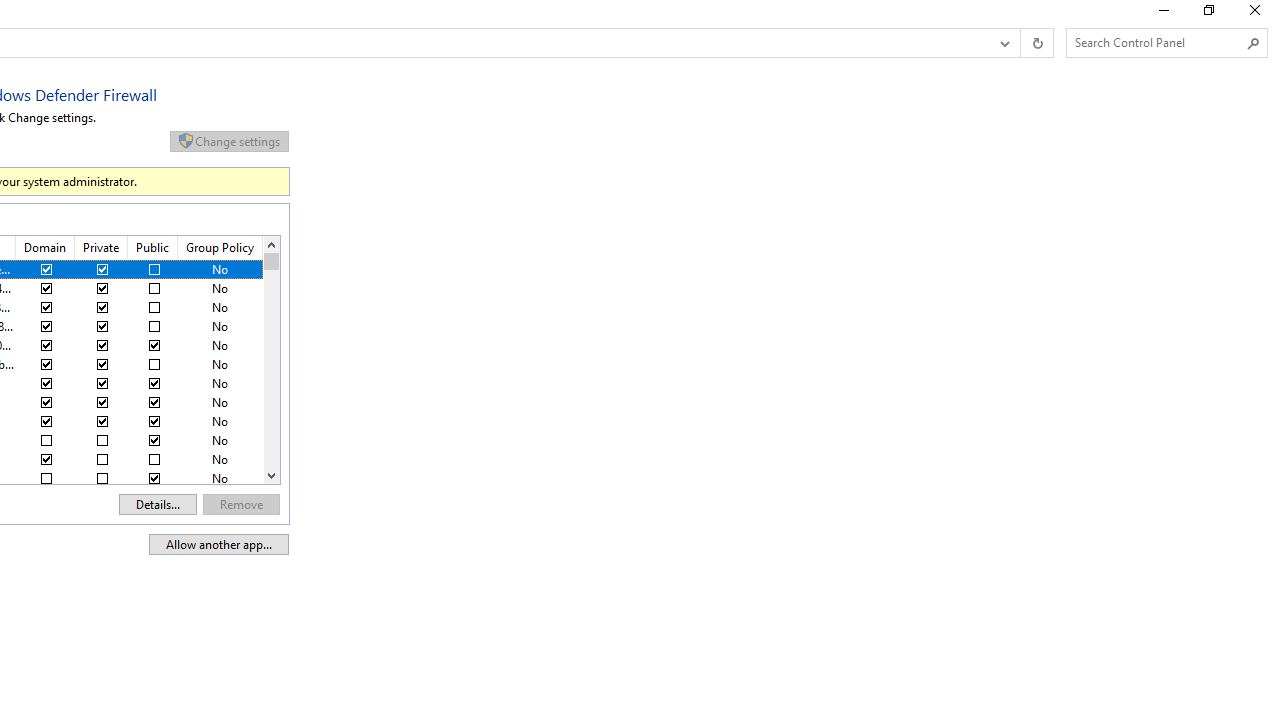 The height and width of the screenshot is (720, 1280). Describe the element at coordinates (1036, 43) in the screenshot. I see `'Refresh "Allowed apps" (F5)'` at that location.